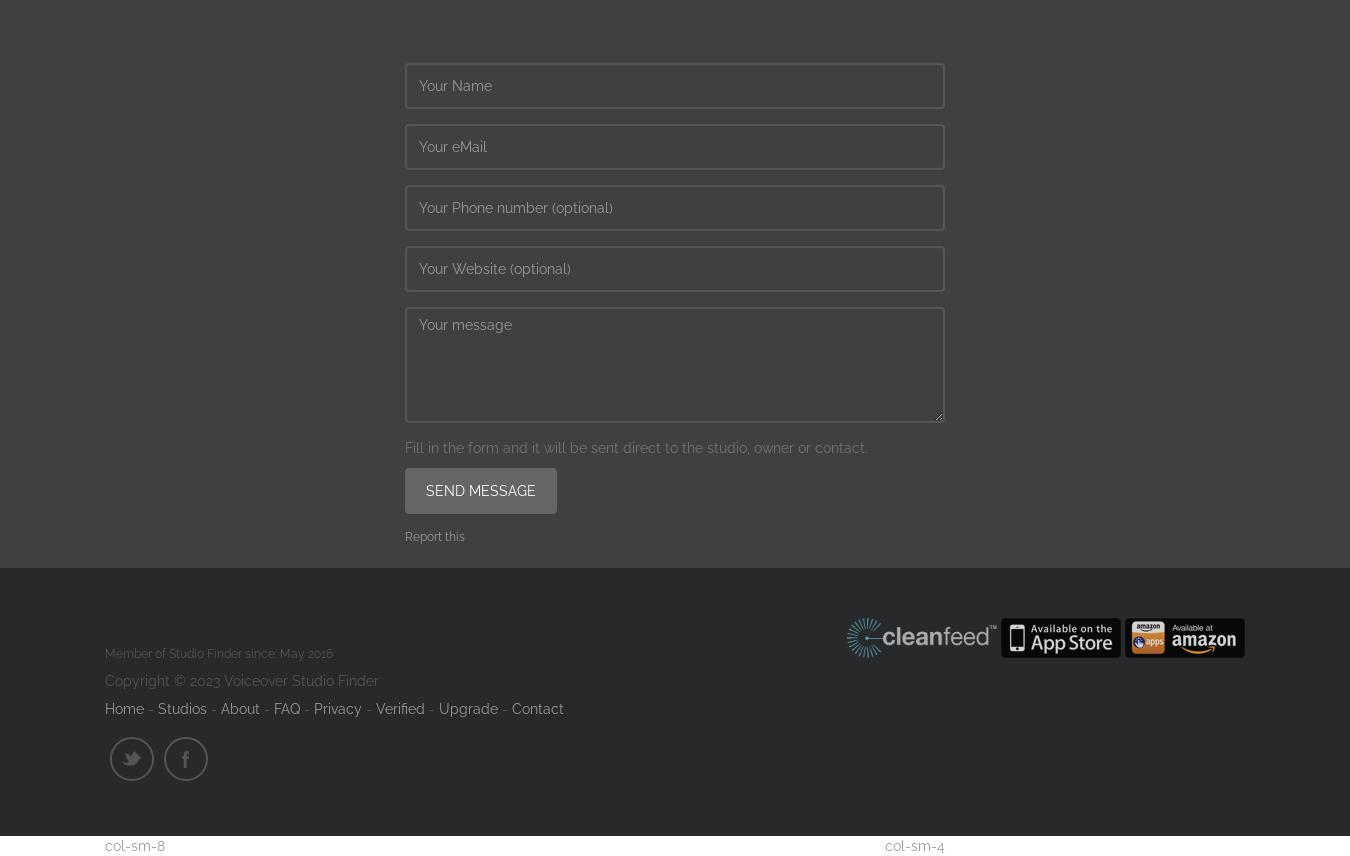 This screenshot has height=856, width=1350. Describe the element at coordinates (480, 490) in the screenshot. I see `'Send message'` at that location.